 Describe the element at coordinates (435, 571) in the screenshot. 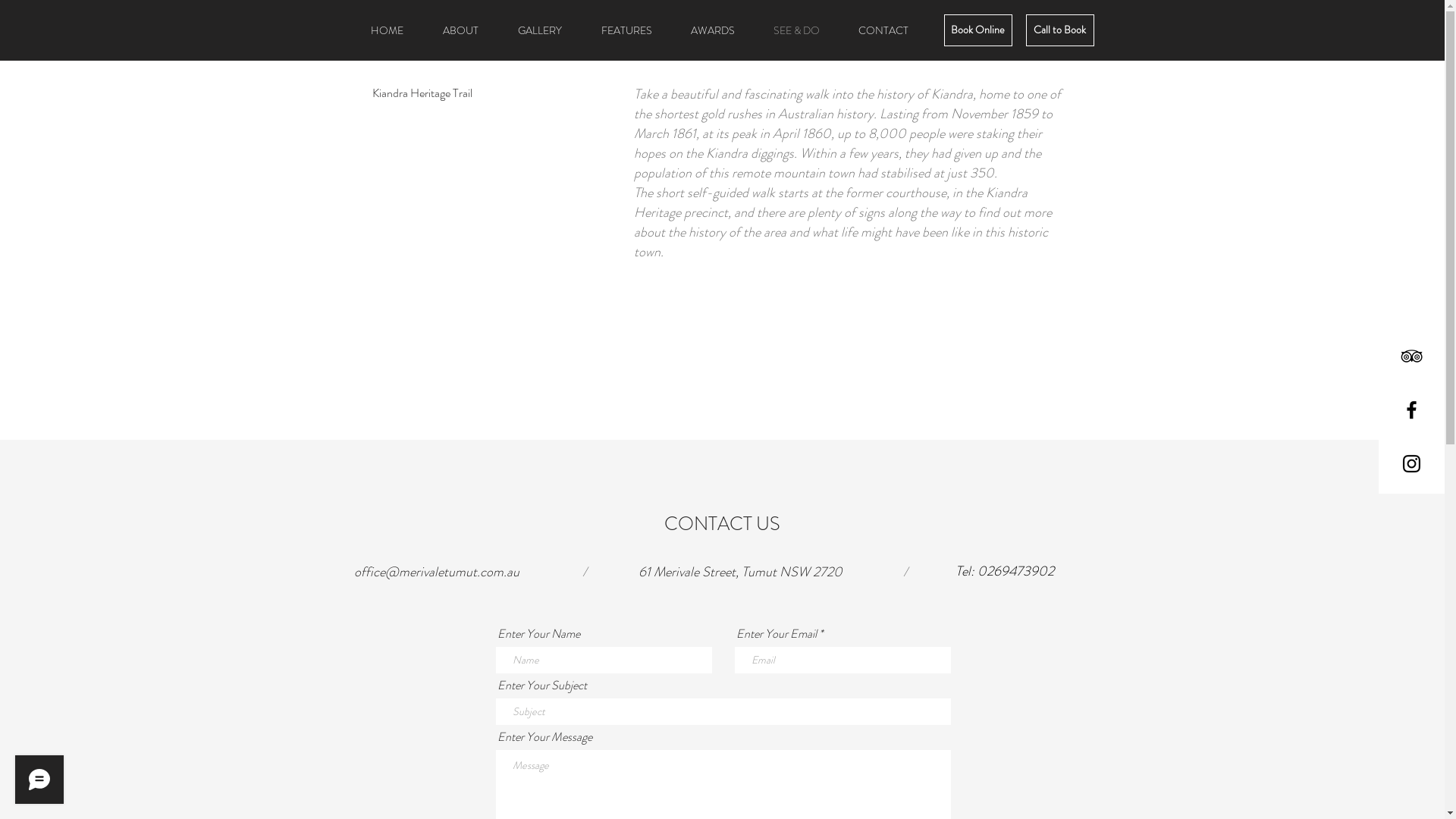

I see `'office@merivaletumut.com.au'` at that location.